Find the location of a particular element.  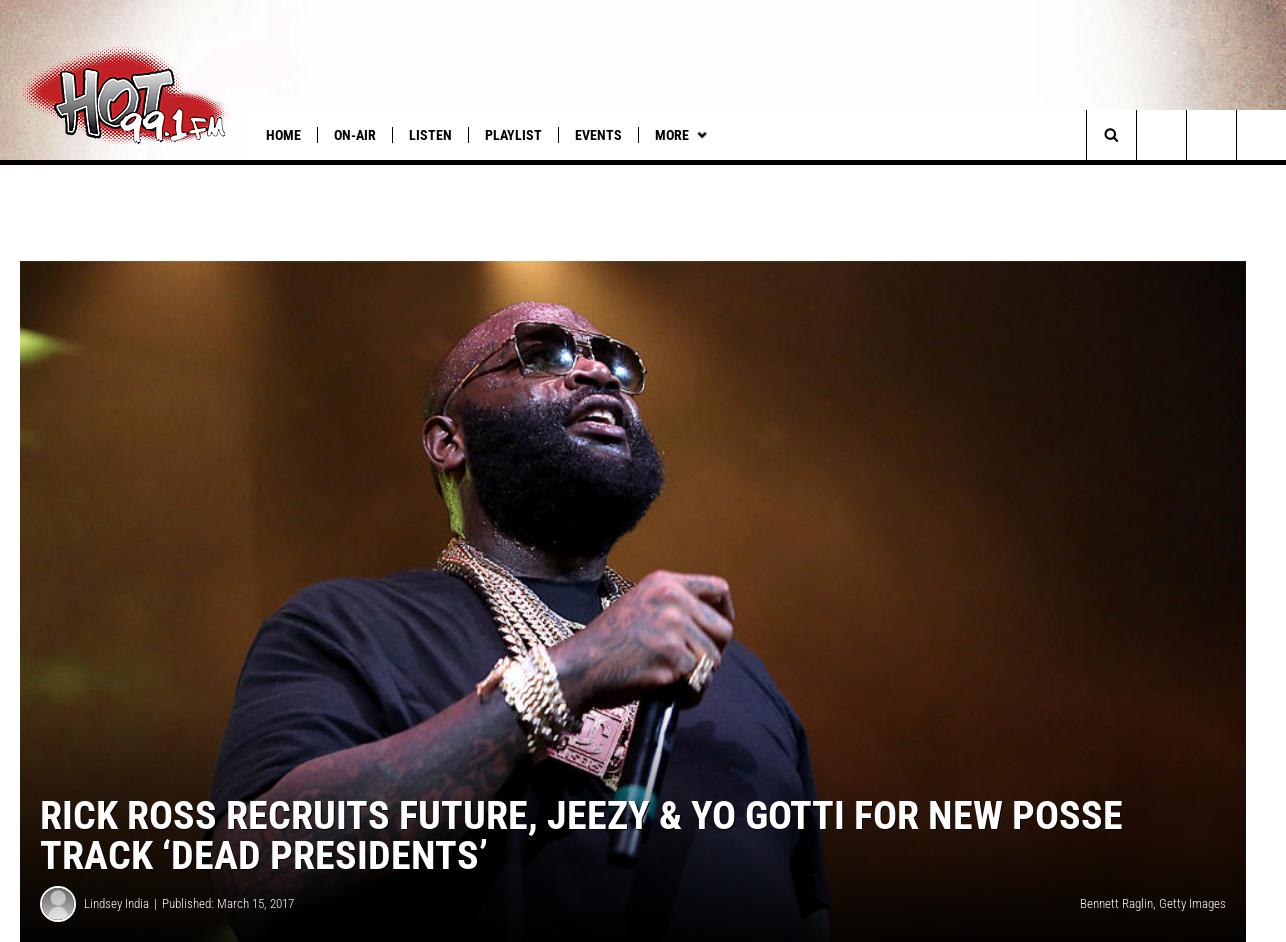

'What's Hot' is located at coordinates (51, 174).